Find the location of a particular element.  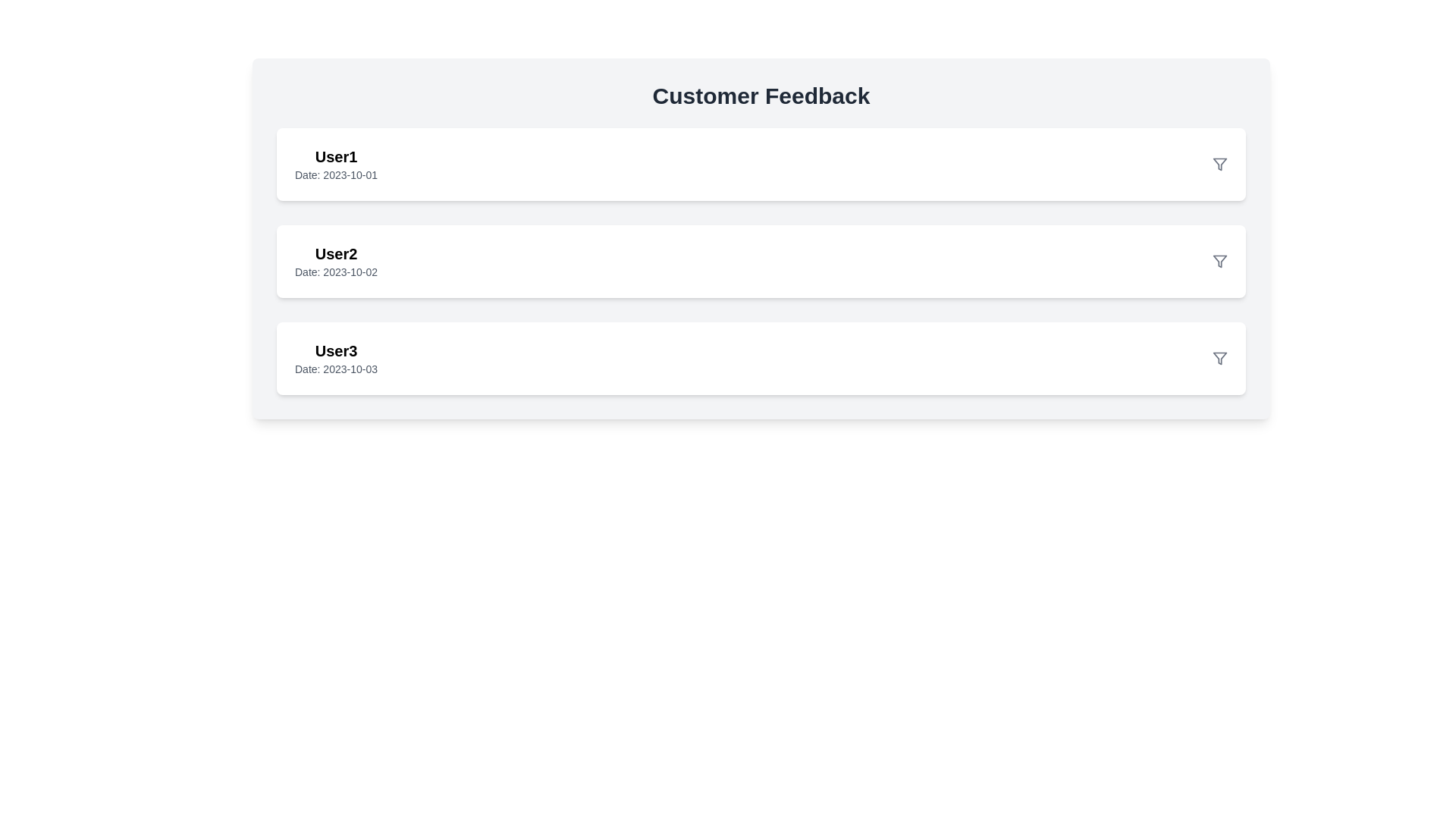

the Filter icon located at the topmost and rightmost part of the first content row is located at coordinates (1219, 164).